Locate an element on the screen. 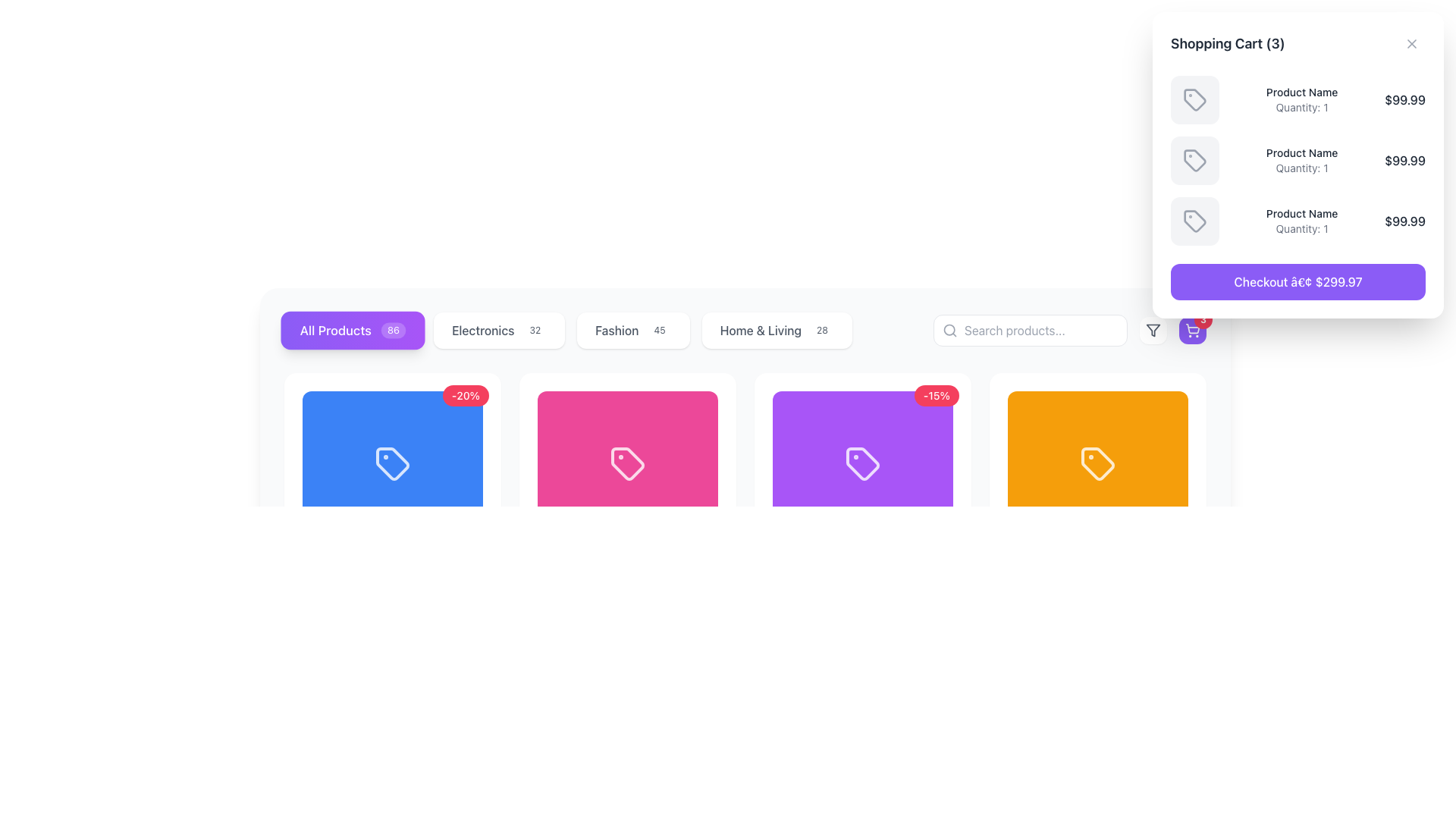  the Visual Panel representing the product category 'Ceramic Vase Set' with a vibrant color and icon, located in the fourth position of the horizontal row of colored panels is located at coordinates (1098, 463).